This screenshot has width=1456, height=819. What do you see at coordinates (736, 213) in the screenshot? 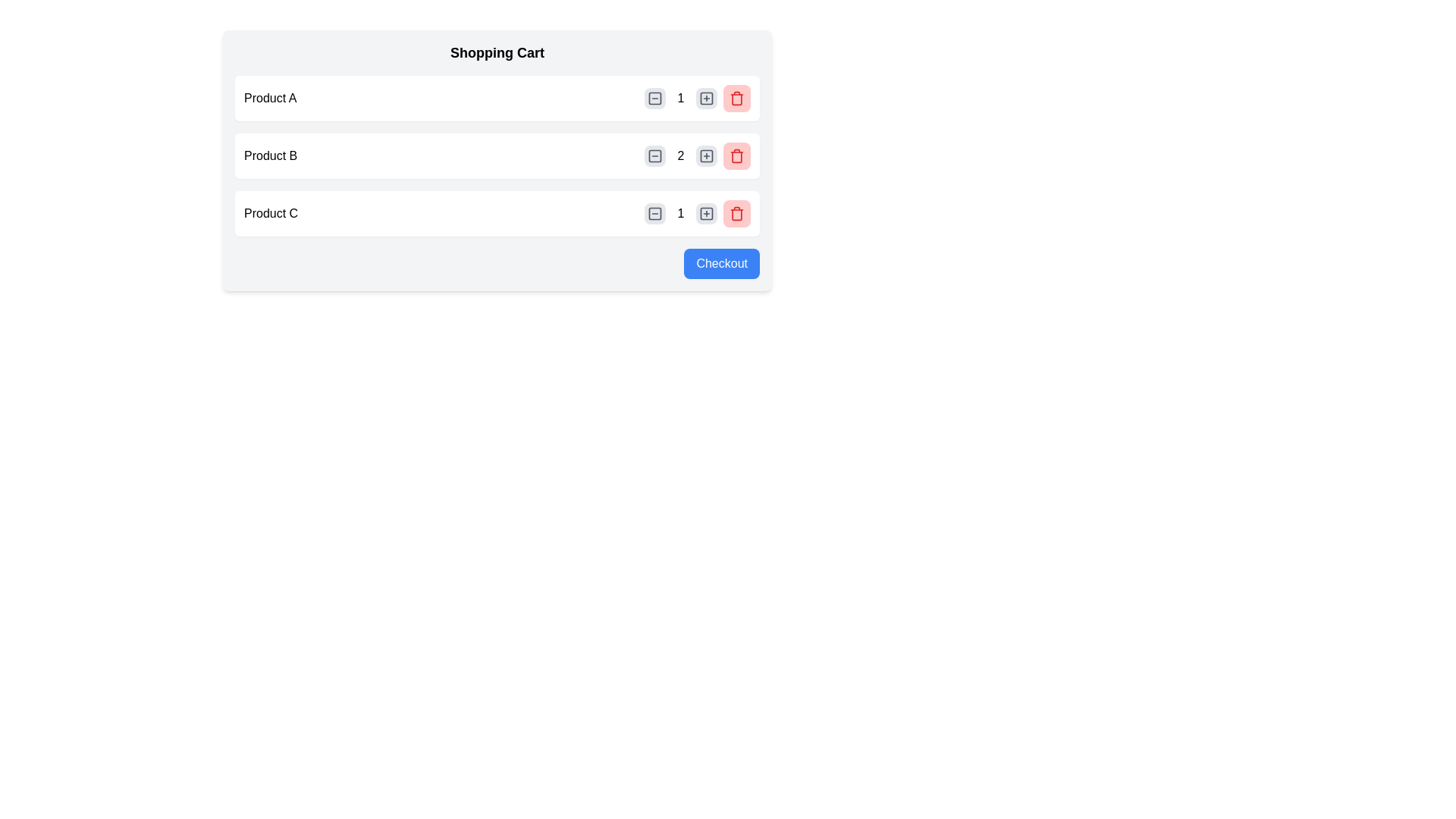
I see `the red delete button with a trash can icon located at the far right of 'Product C'` at bounding box center [736, 213].